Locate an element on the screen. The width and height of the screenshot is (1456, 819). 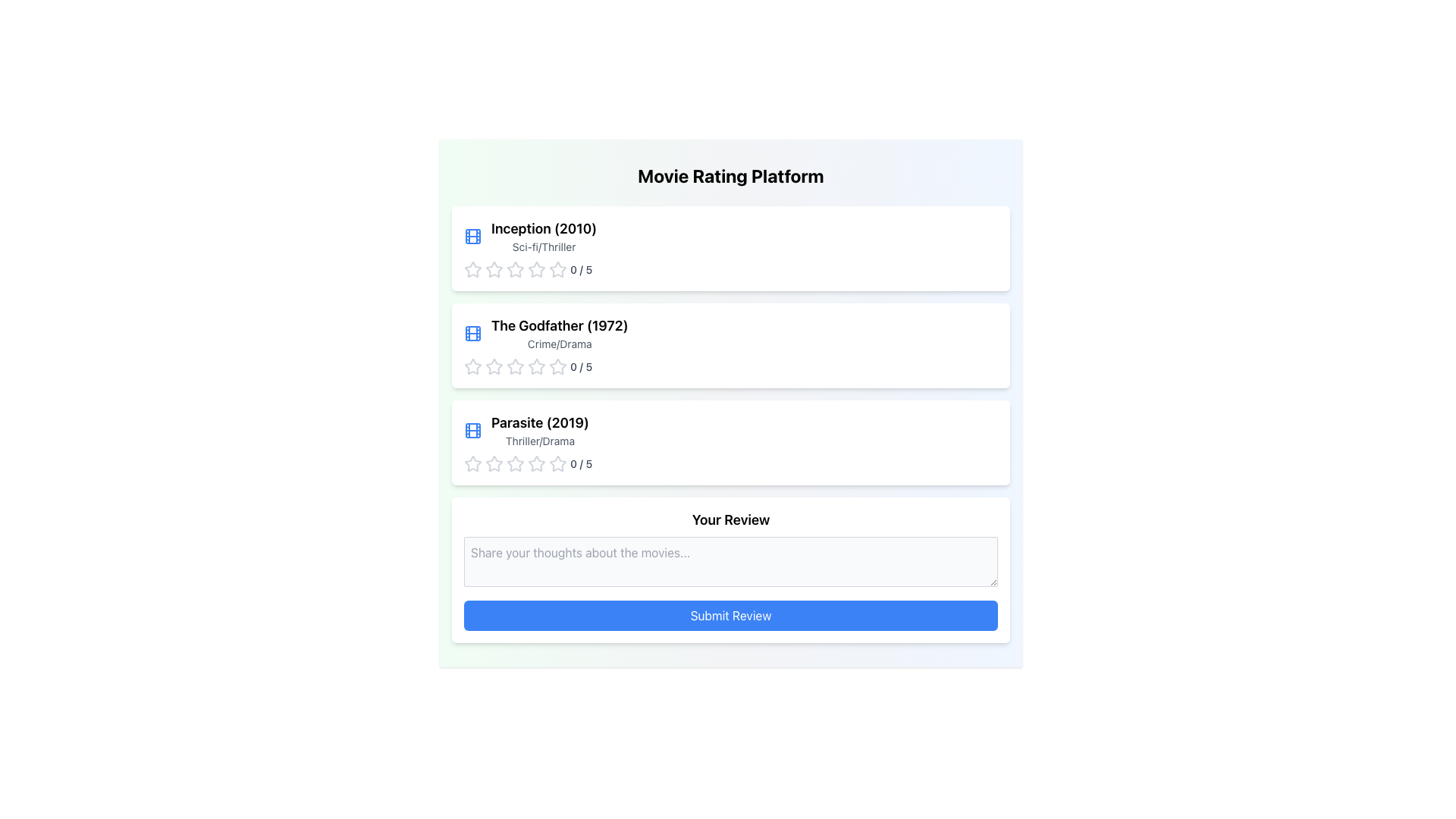
the first star in the 5-star rating system for 'Inception (2010)' is located at coordinates (472, 268).